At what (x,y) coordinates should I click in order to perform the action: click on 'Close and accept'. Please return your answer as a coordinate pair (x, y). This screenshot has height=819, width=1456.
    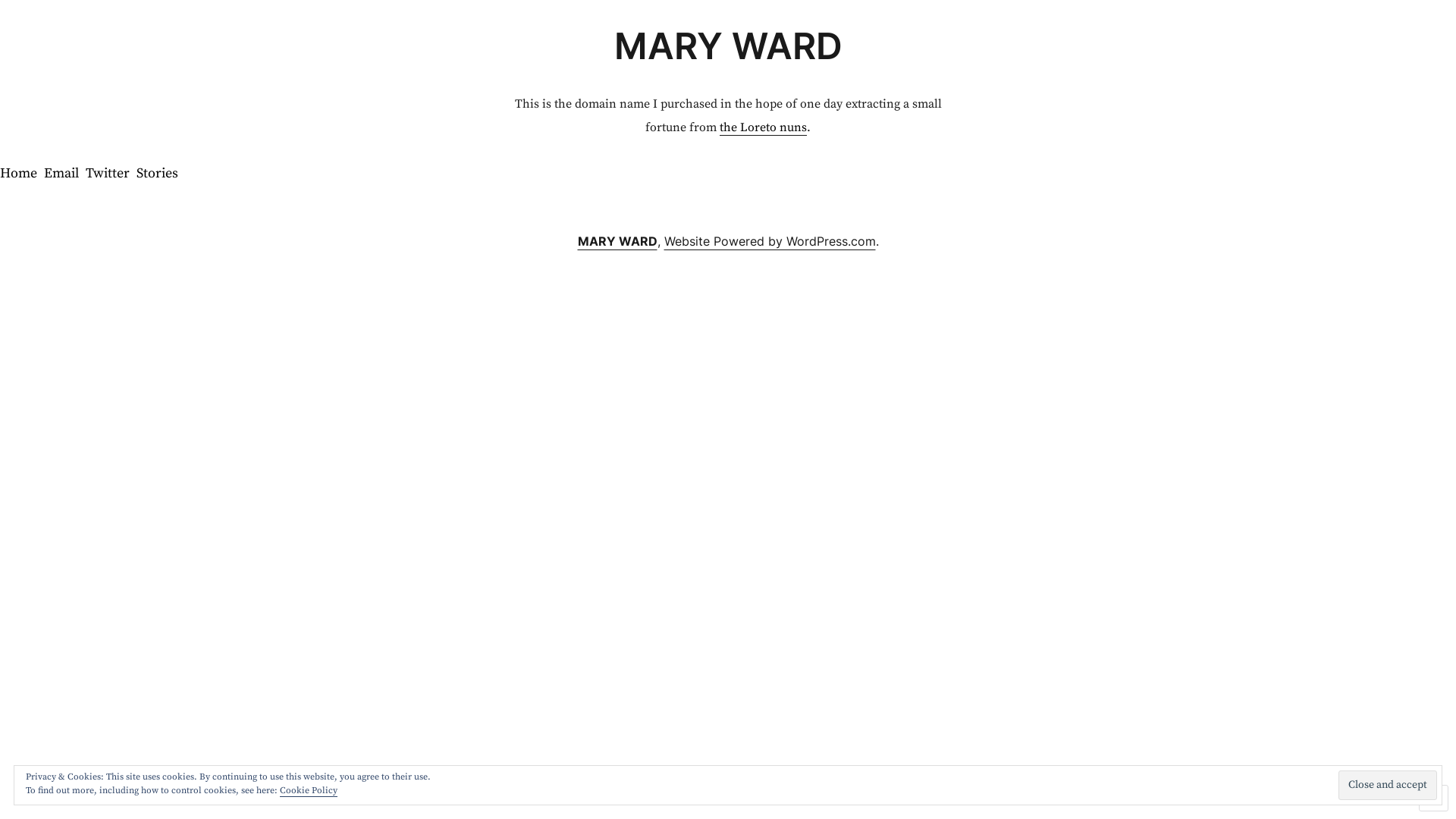
    Looking at the image, I should click on (1387, 785).